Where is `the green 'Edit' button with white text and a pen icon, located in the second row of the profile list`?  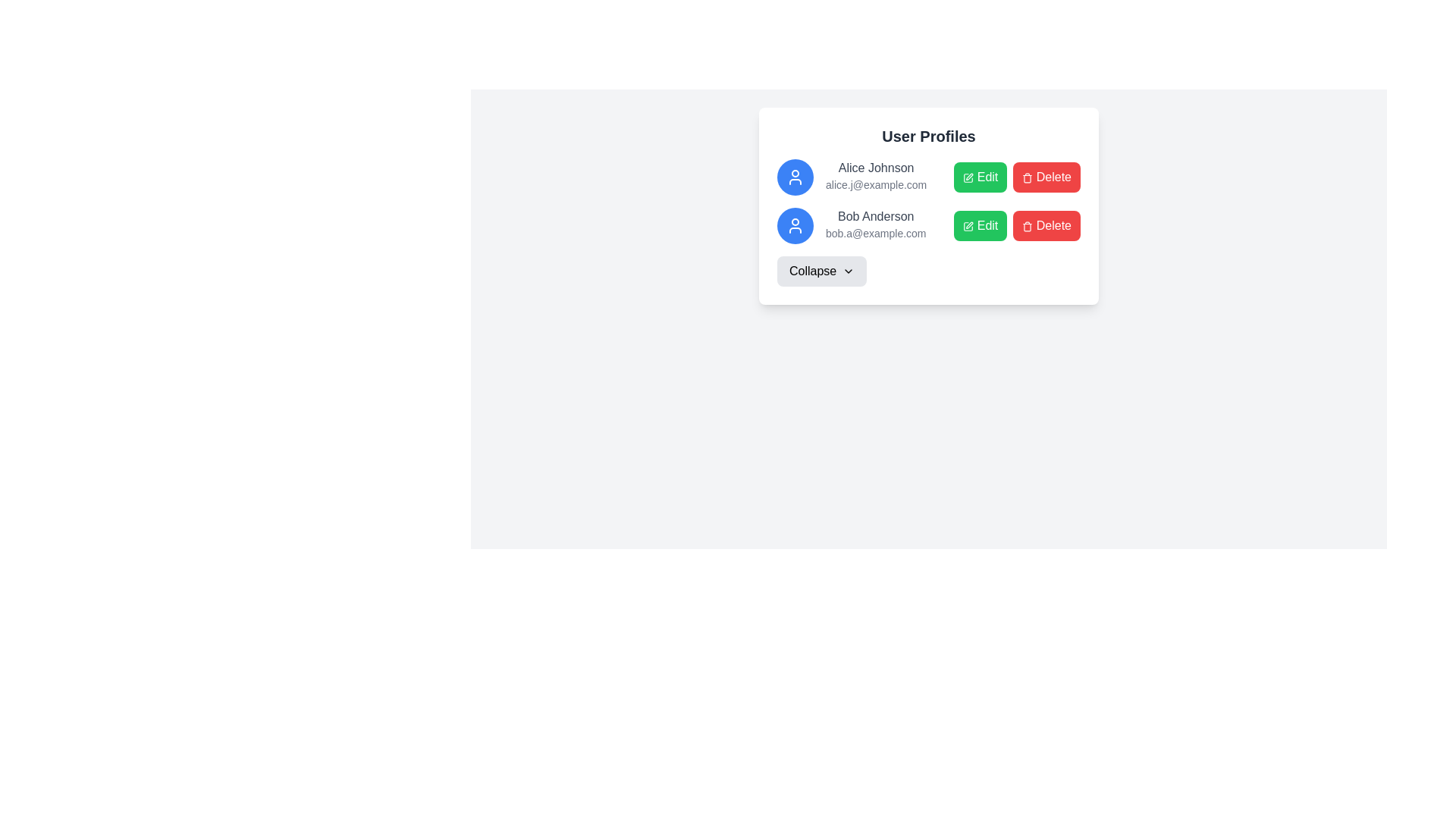
the green 'Edit' button with white text and a pen icon, located in the second row of the profile list is located at coordinates (981, 225).